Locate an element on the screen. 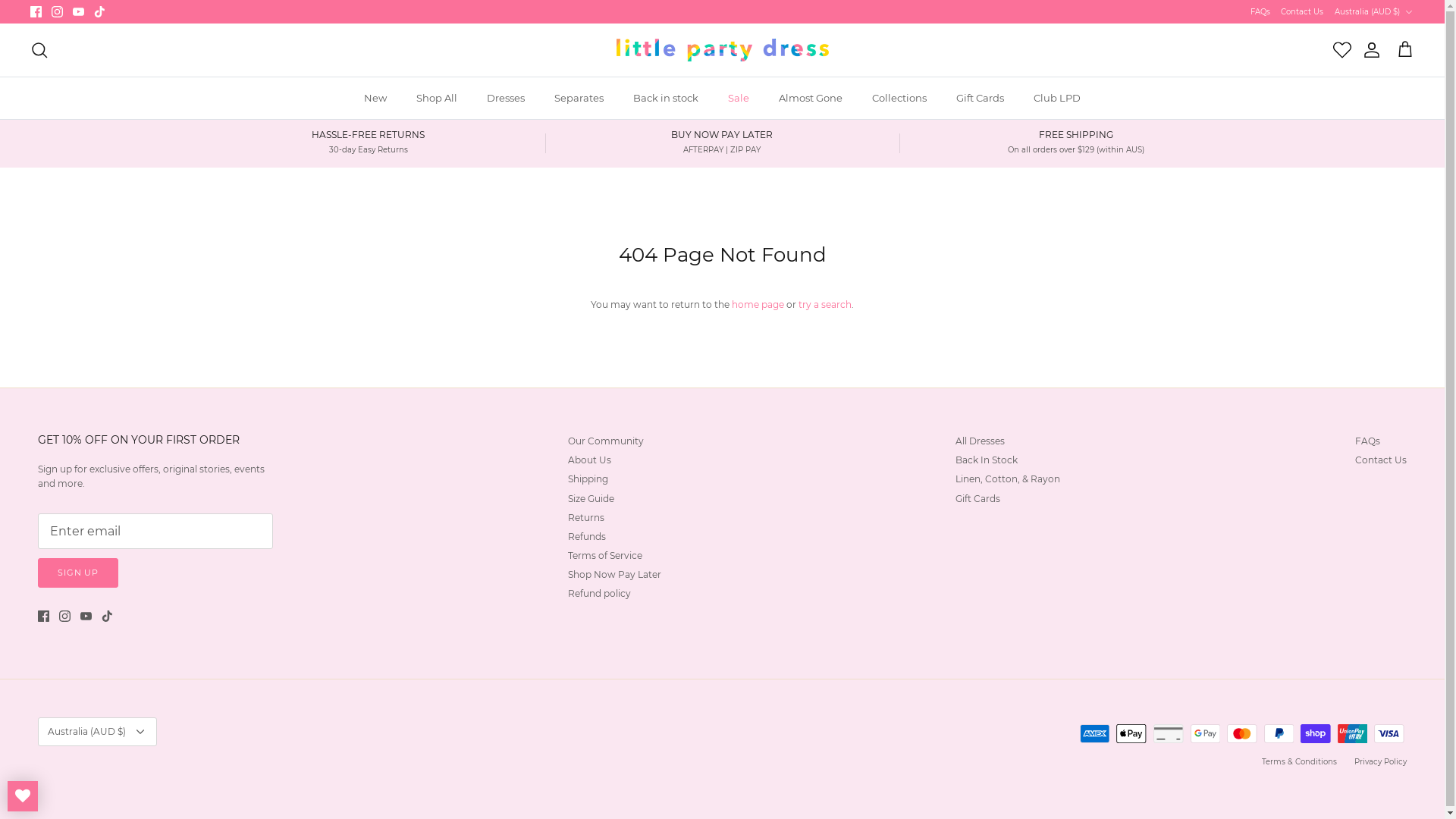  'try a search' is located at coordinates (824, 304).